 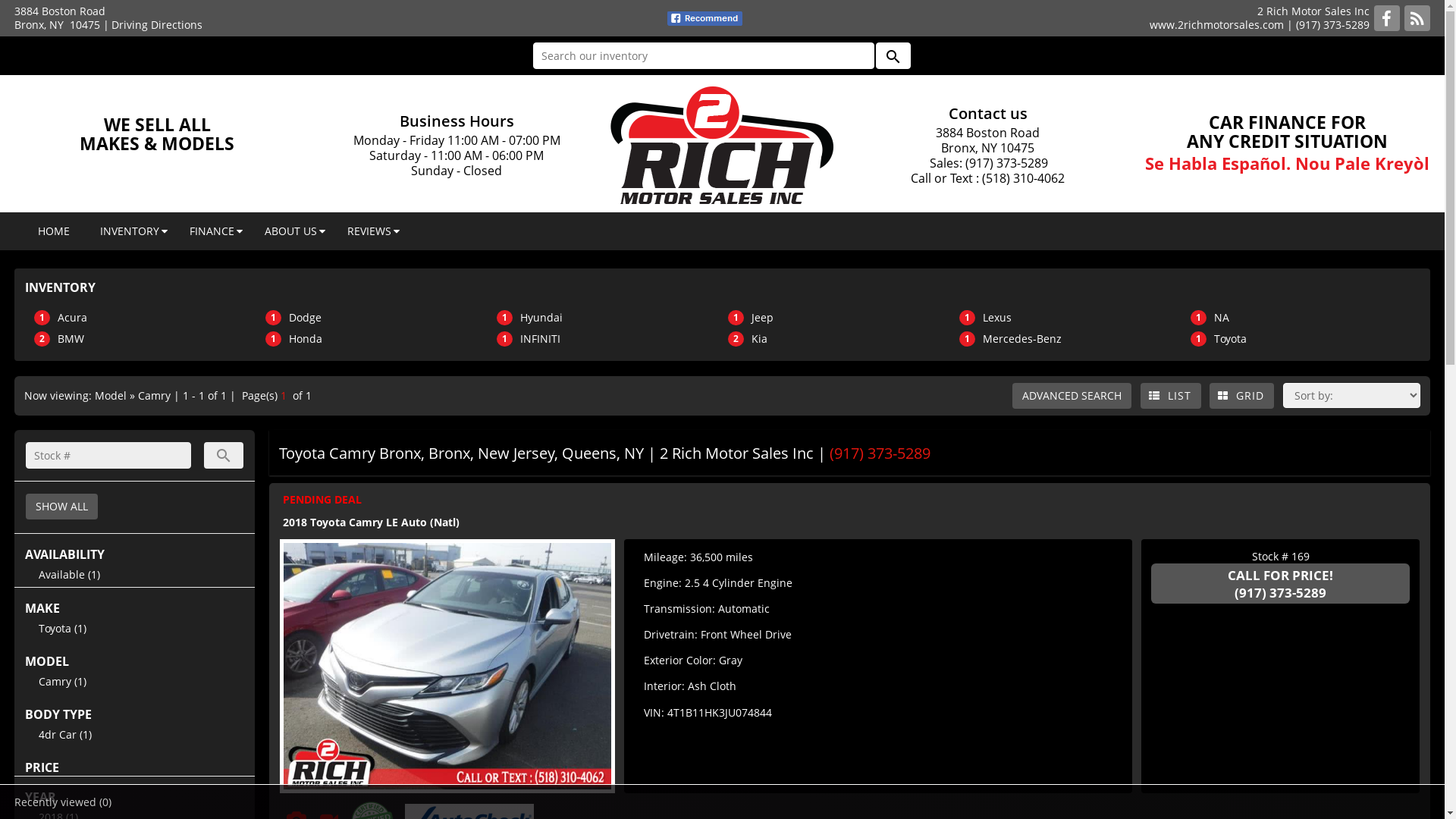 I want to click on 'WE SELL ALL, so click(x=156, y=133).